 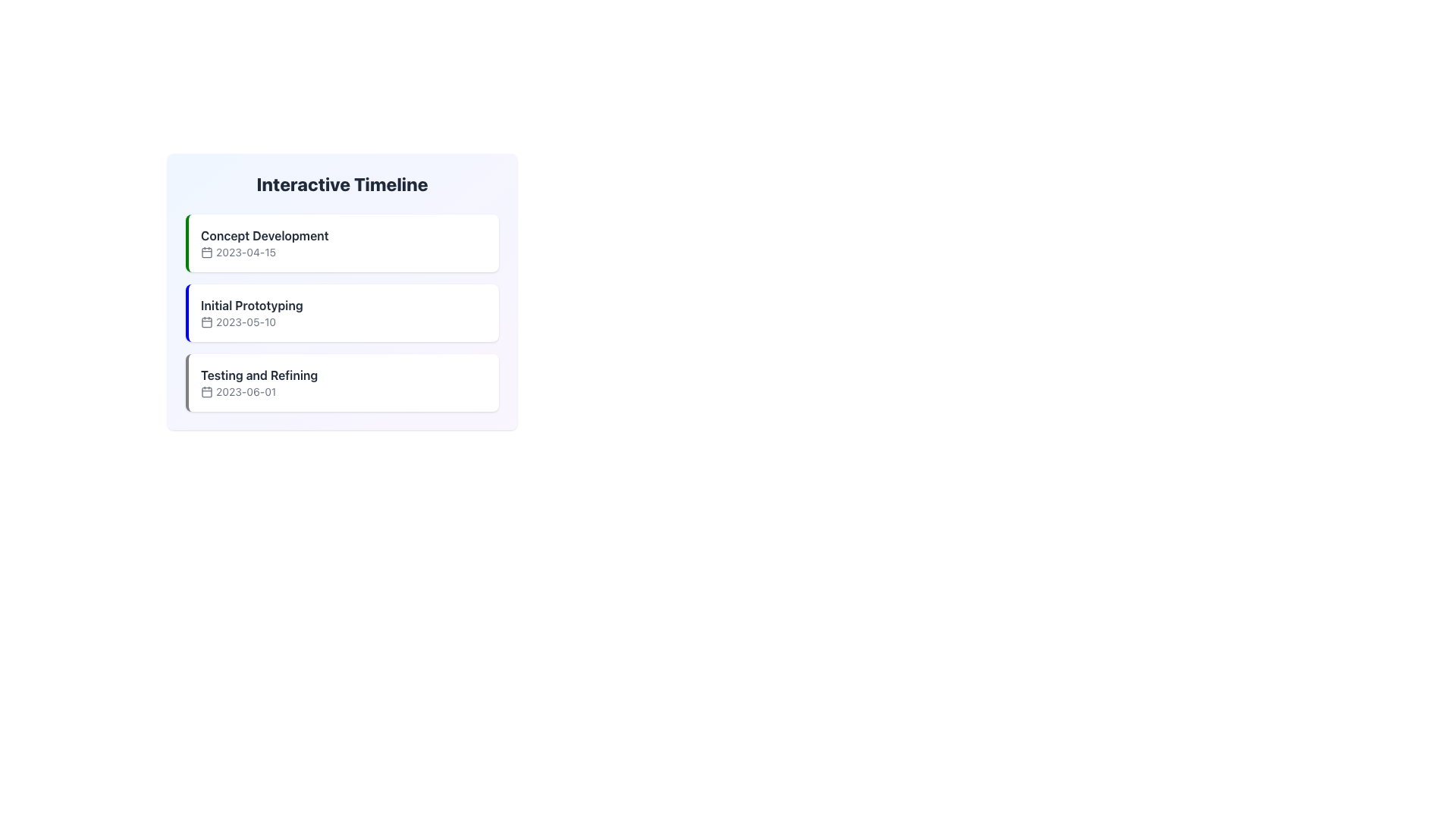 I want to click on date information from the Text label with an icon located below the 'Testing and Refining' title in the timeline, so click(x=259, y=391).